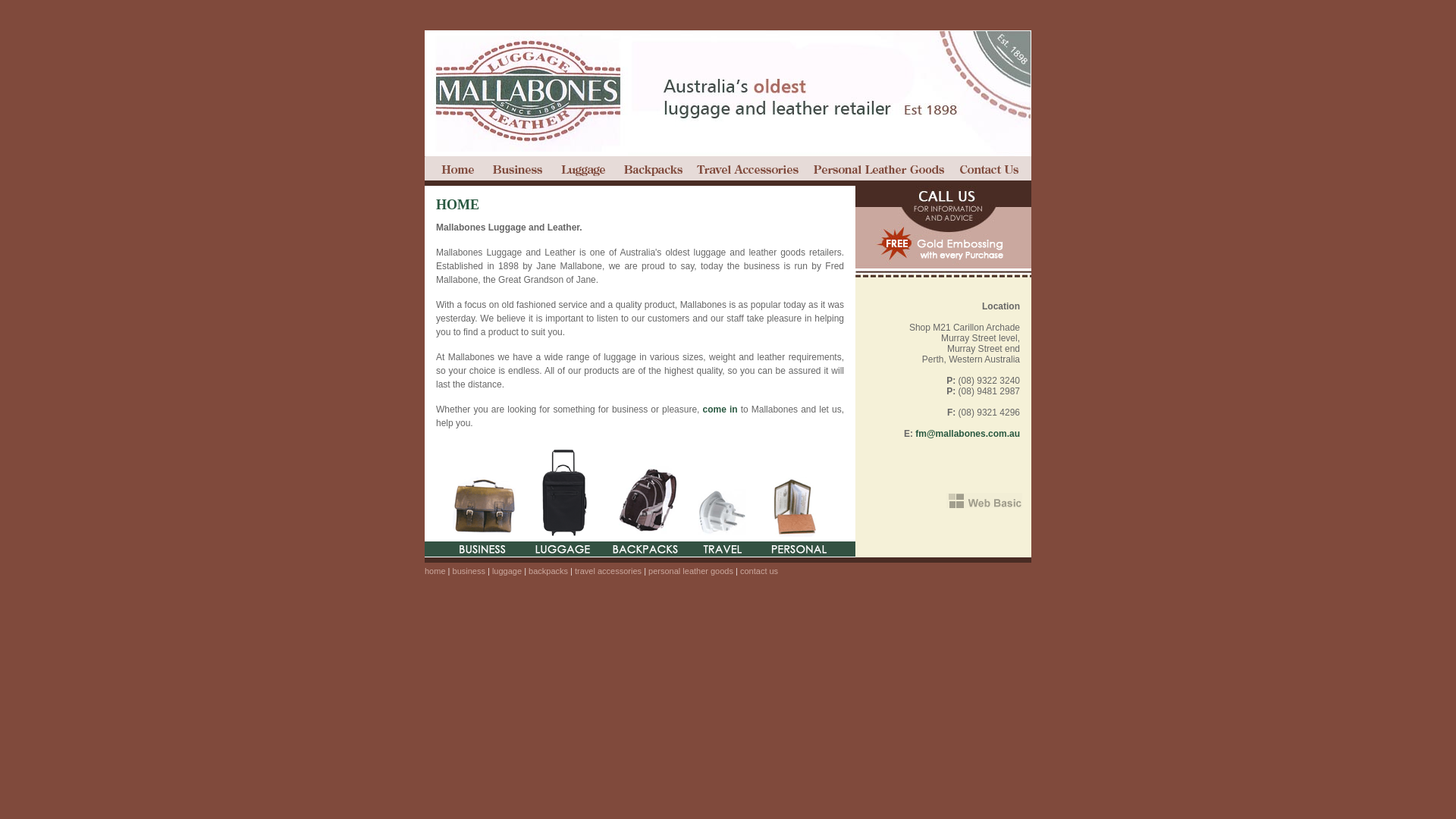 Image resolution: width=1456 pixels, height=819 pixels. I want to click on 'luggage', so click(583, 171).